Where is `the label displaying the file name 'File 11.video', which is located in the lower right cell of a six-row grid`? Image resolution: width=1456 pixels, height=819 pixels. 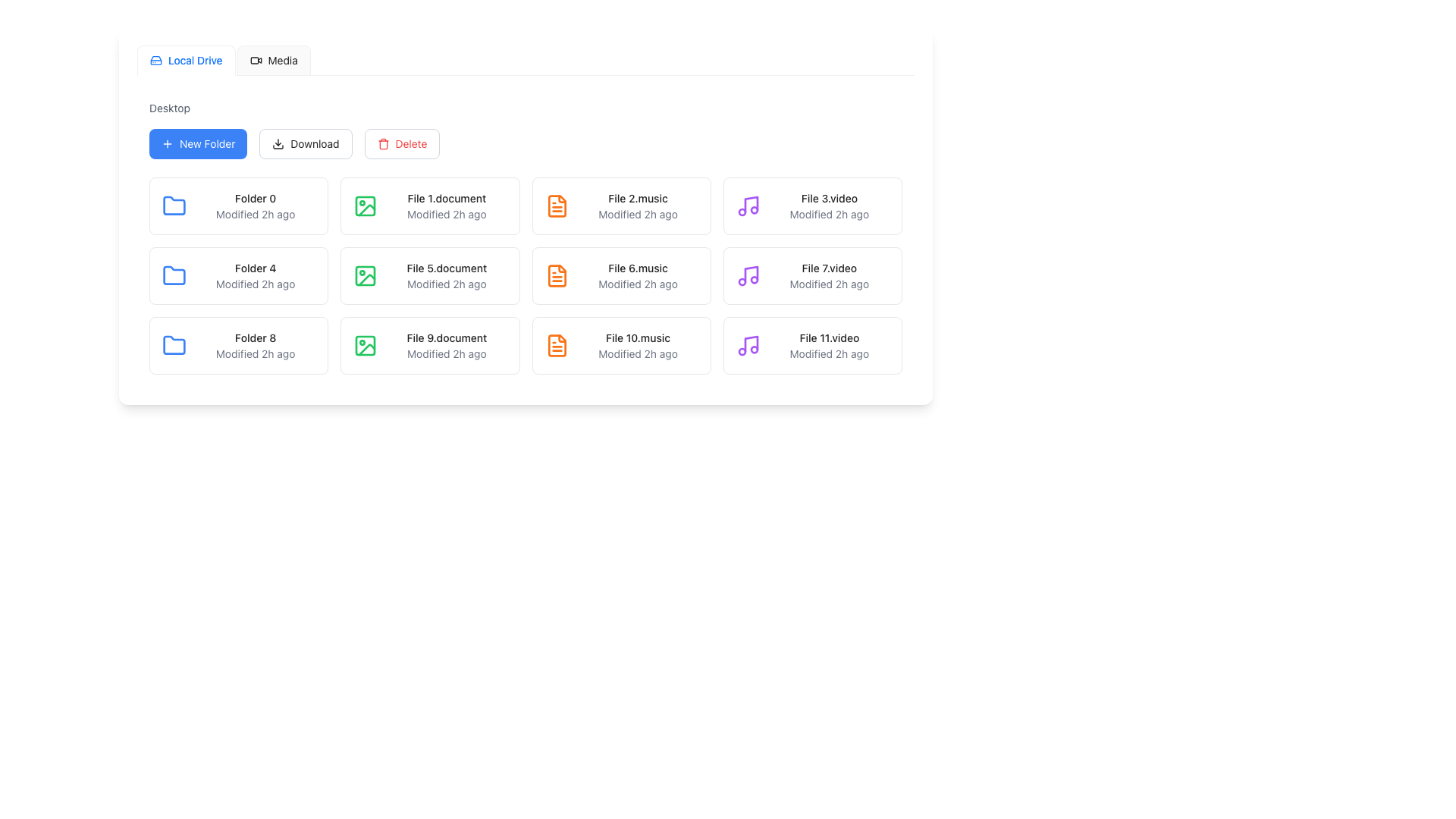 the label displaying the file name 'File 11.video', which is located in the lower right cell of a six-row grid is located at coordinates (828, 337).